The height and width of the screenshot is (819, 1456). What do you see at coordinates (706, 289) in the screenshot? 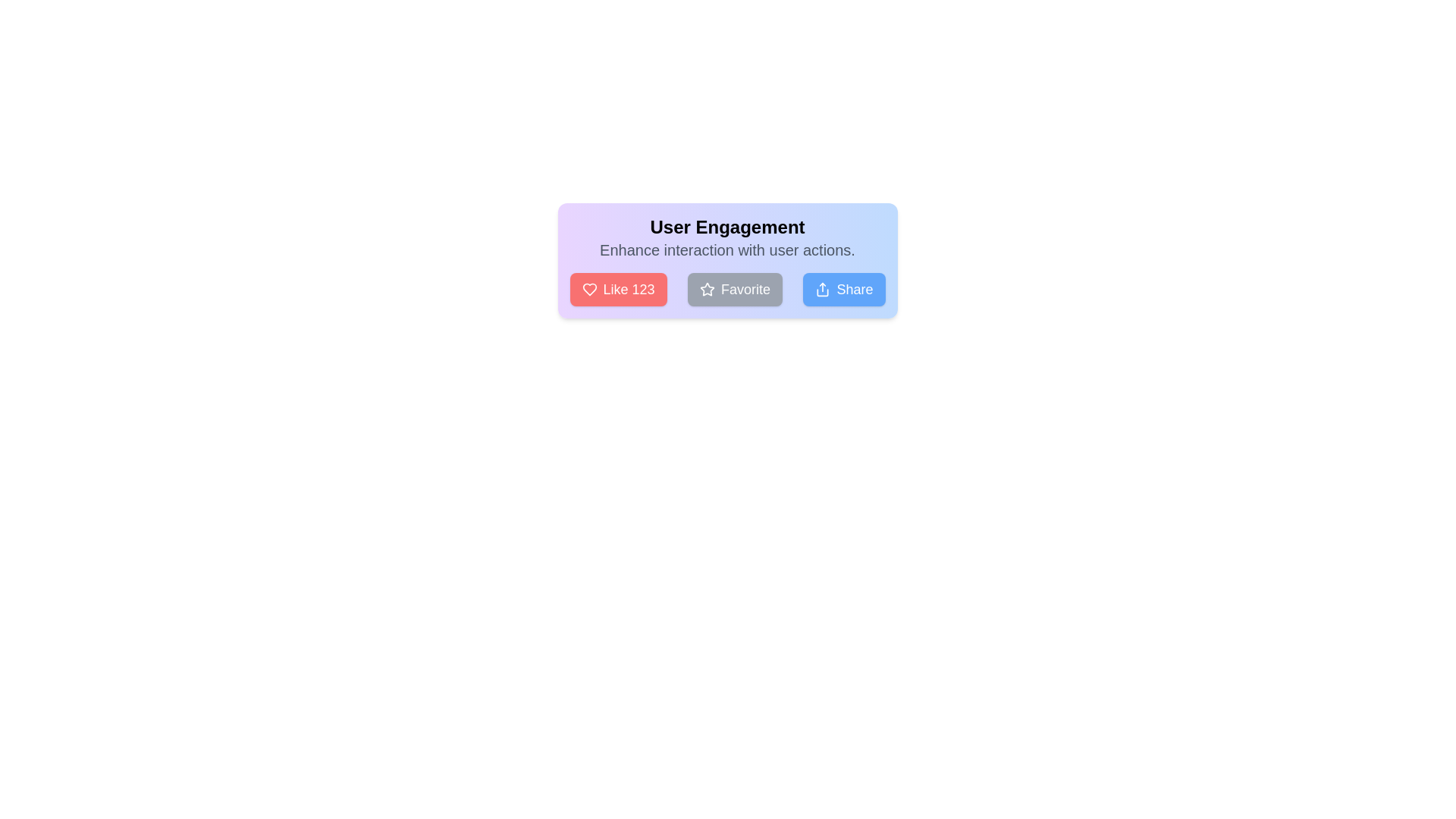
I see `the hollow outline star icon within the 'Favorite' button located in the 'User Engagement' card` at bounding box center [706, 289].